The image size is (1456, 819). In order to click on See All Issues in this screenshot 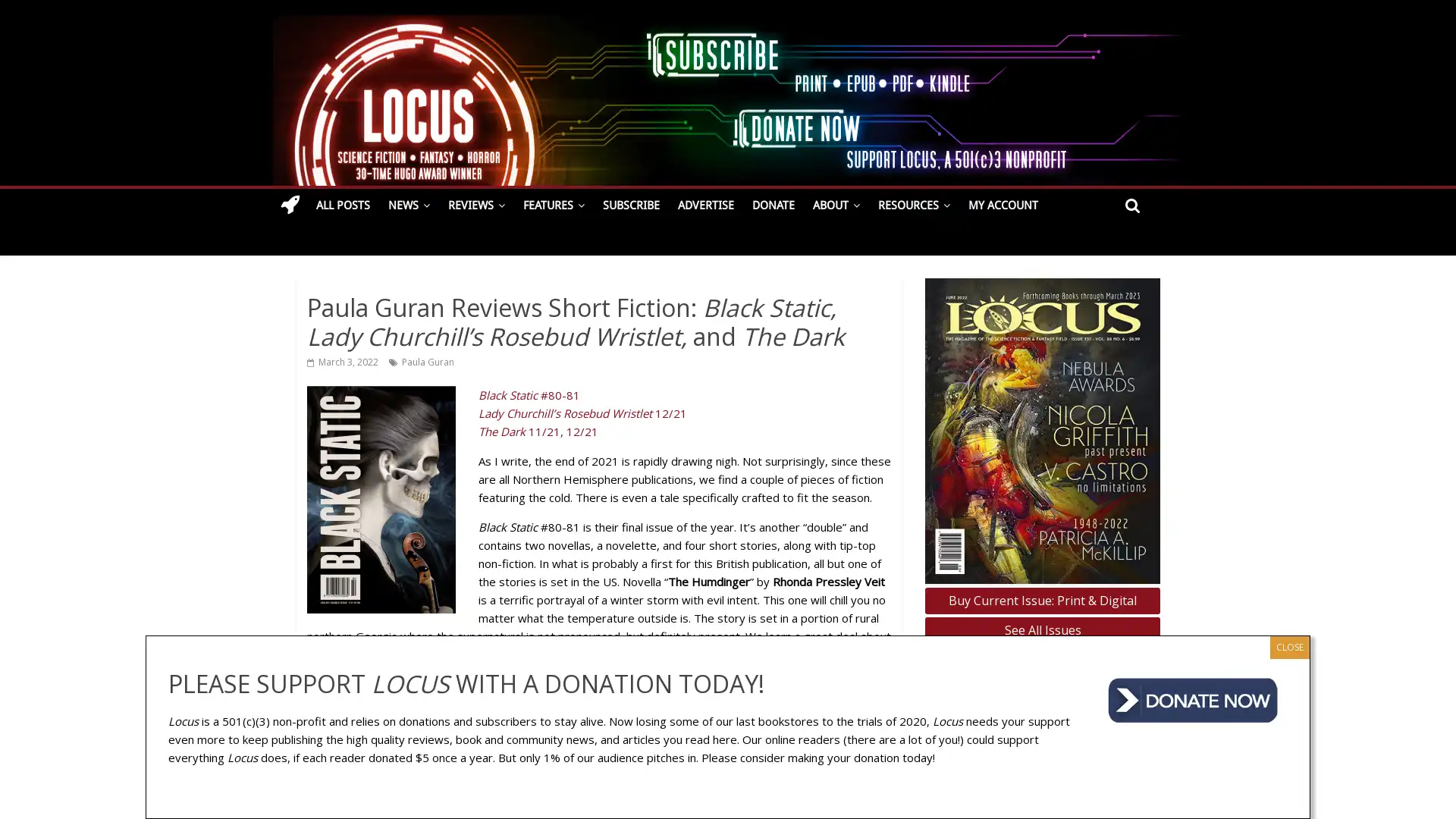, I will do `click(1041, 630)`.